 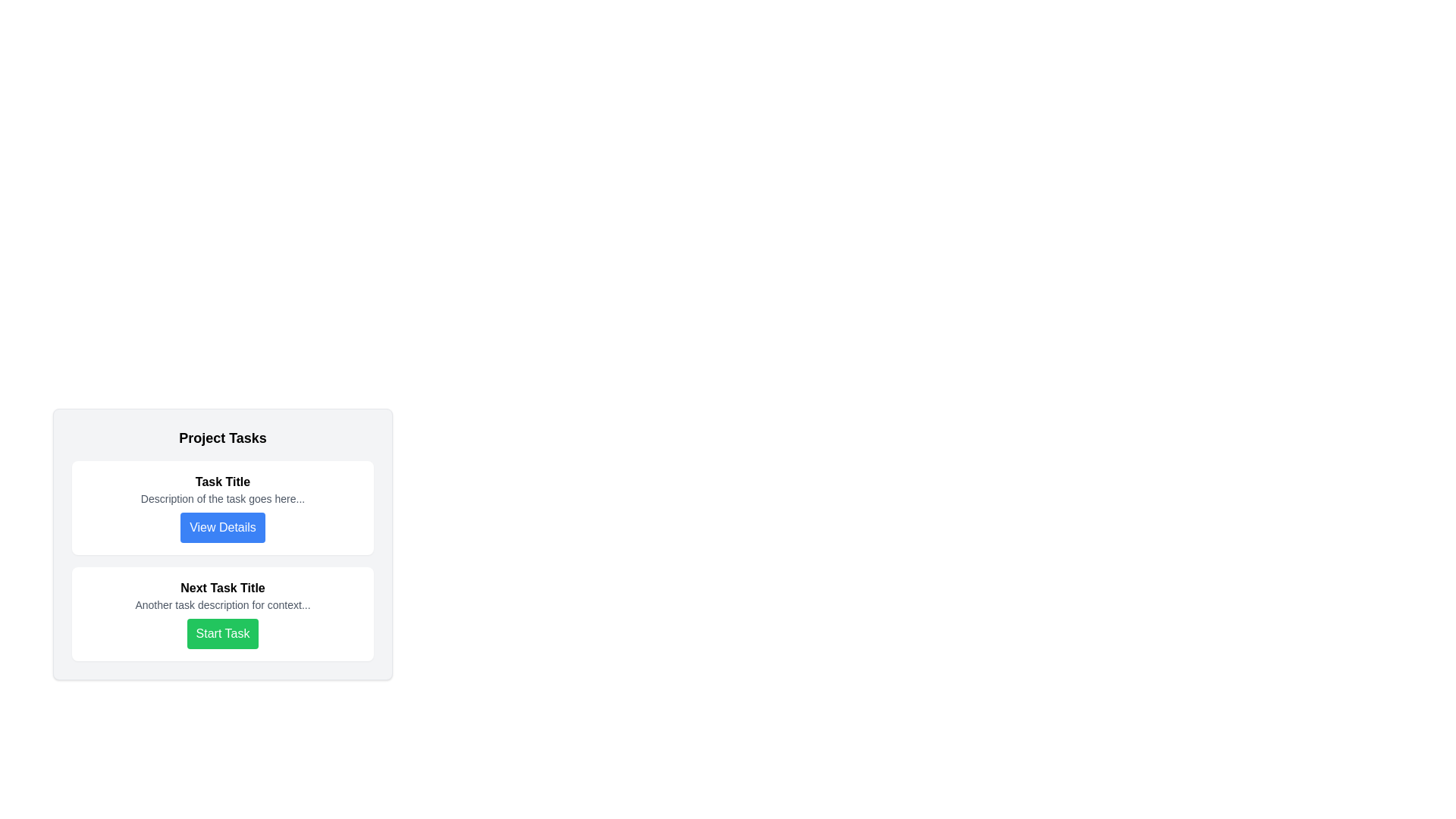 What do you see at coordinates (221, 499) in the screenshot?
I see `the non-interactive text label that provides context or details about the main task title, located beneath the 'Task Title' header and above the 'View Details' button` at bounding box center [221, 499].